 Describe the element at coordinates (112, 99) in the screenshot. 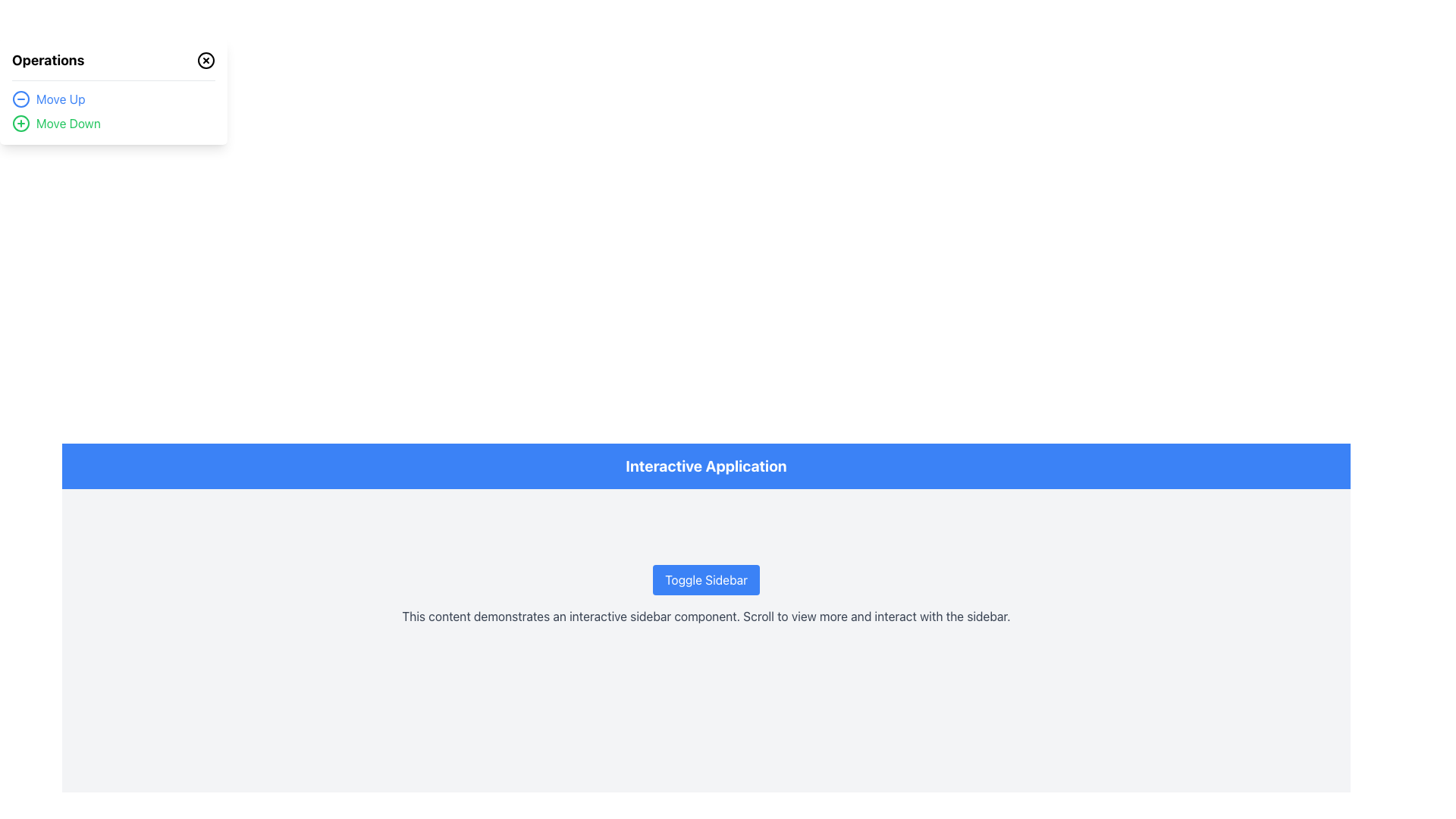

I see `the 'Move Up' button with an icon` at that location.